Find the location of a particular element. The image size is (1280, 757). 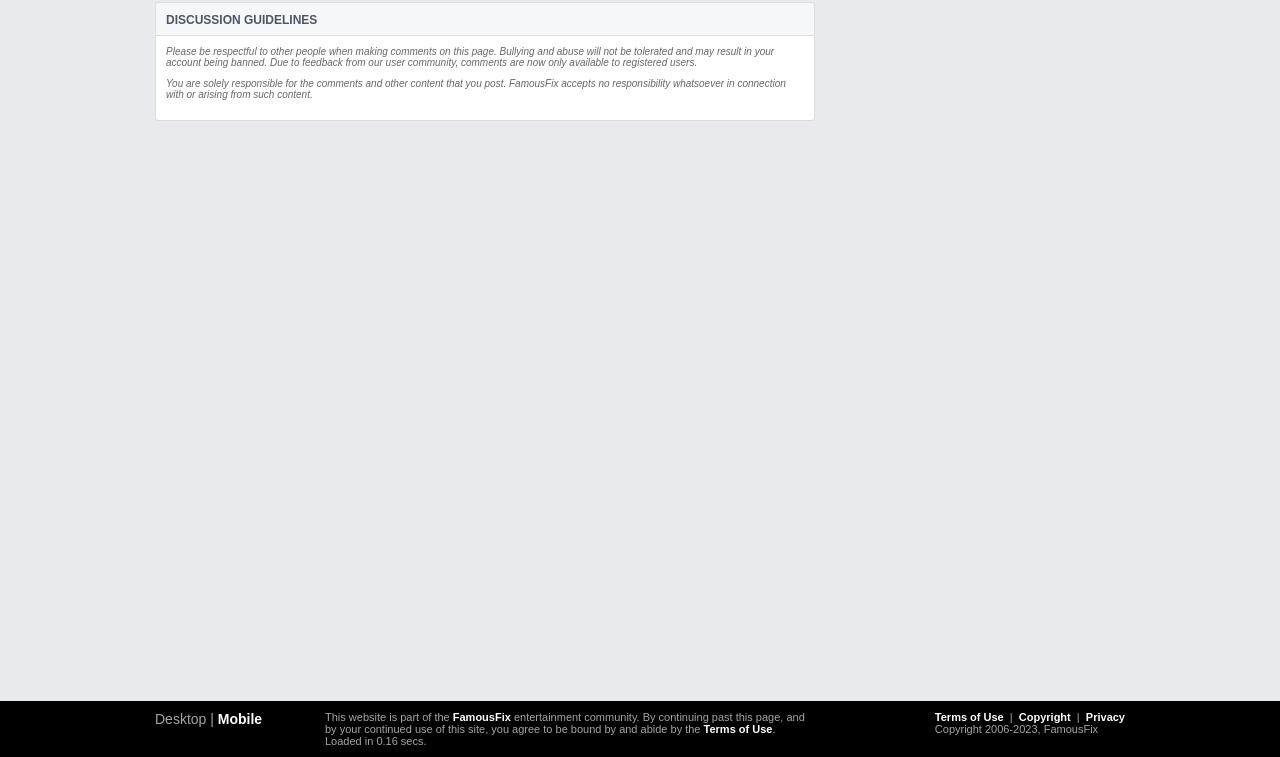

'You are solely responsible for the comments and other content that you post. FamousFix accepts no responsibility whatsoever in connection with or arising from such content.' is located at coordinates (474, 88).